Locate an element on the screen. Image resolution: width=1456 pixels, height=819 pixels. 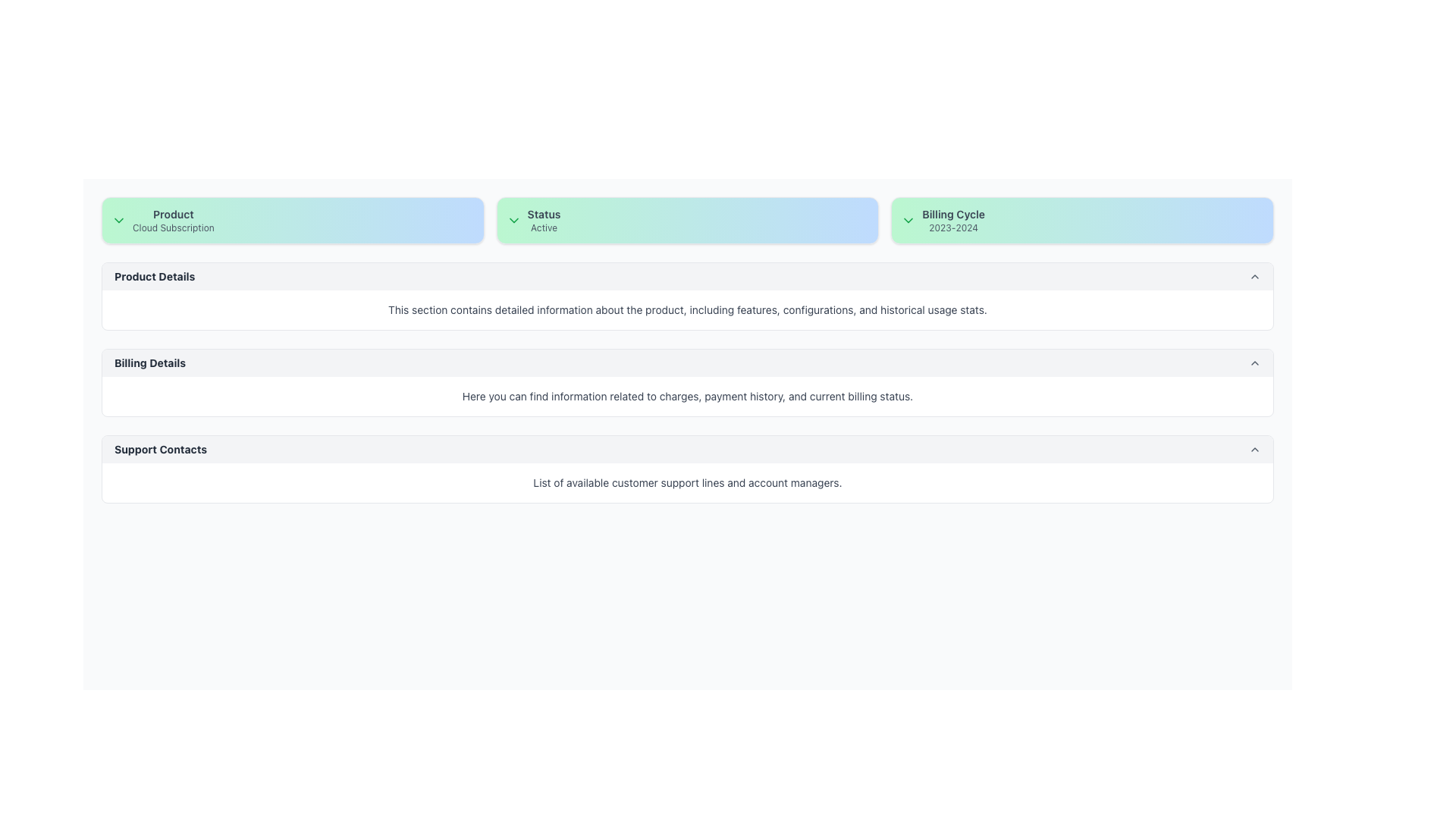
the small upward-pointing chevron icon in gray next to the 'Product Details' label is located at coordinates (1255, 277).